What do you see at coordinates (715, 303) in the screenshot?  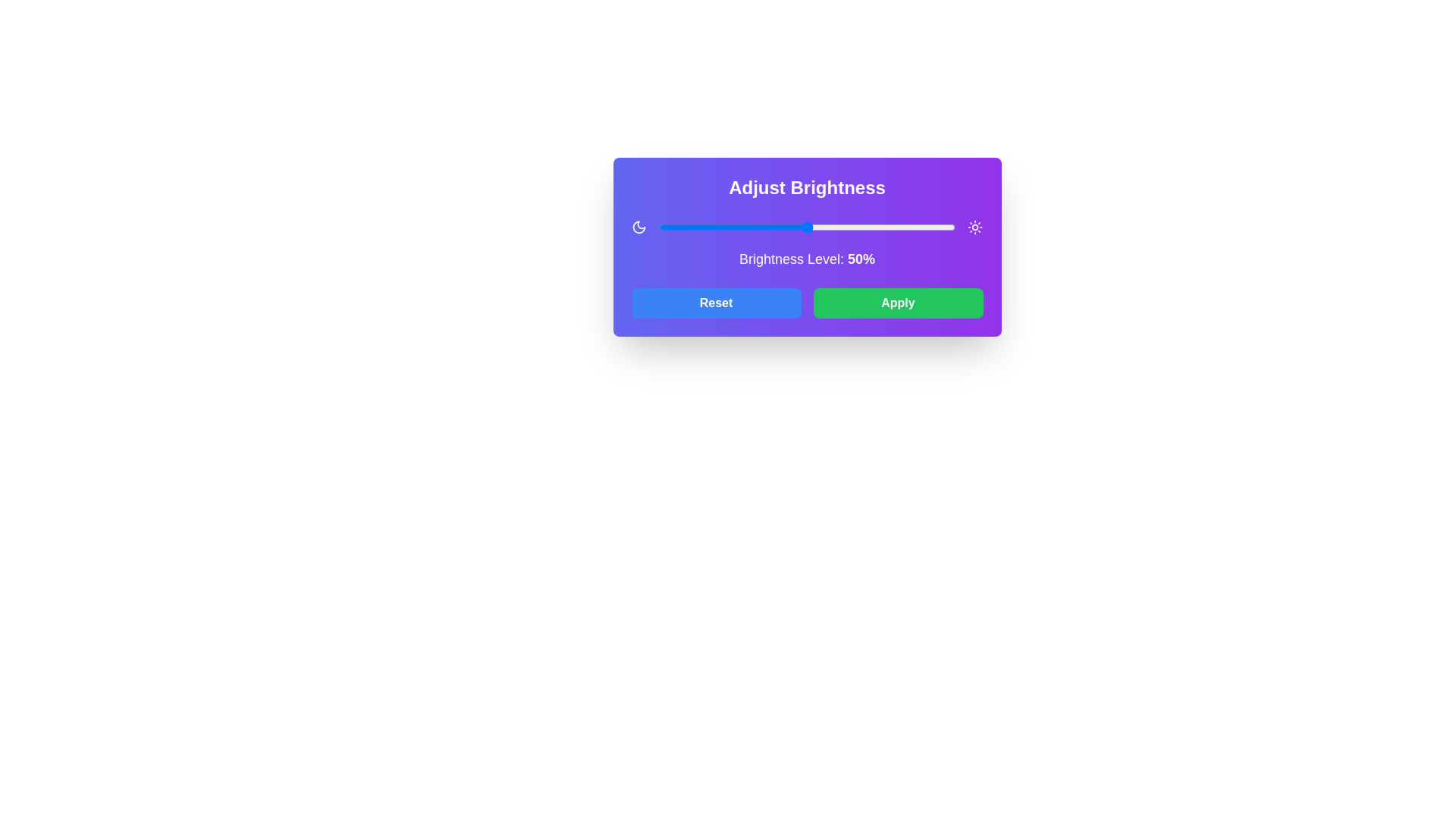 I see `the 'Reset' button to reset the brightness` at bounding box center [715, 303].